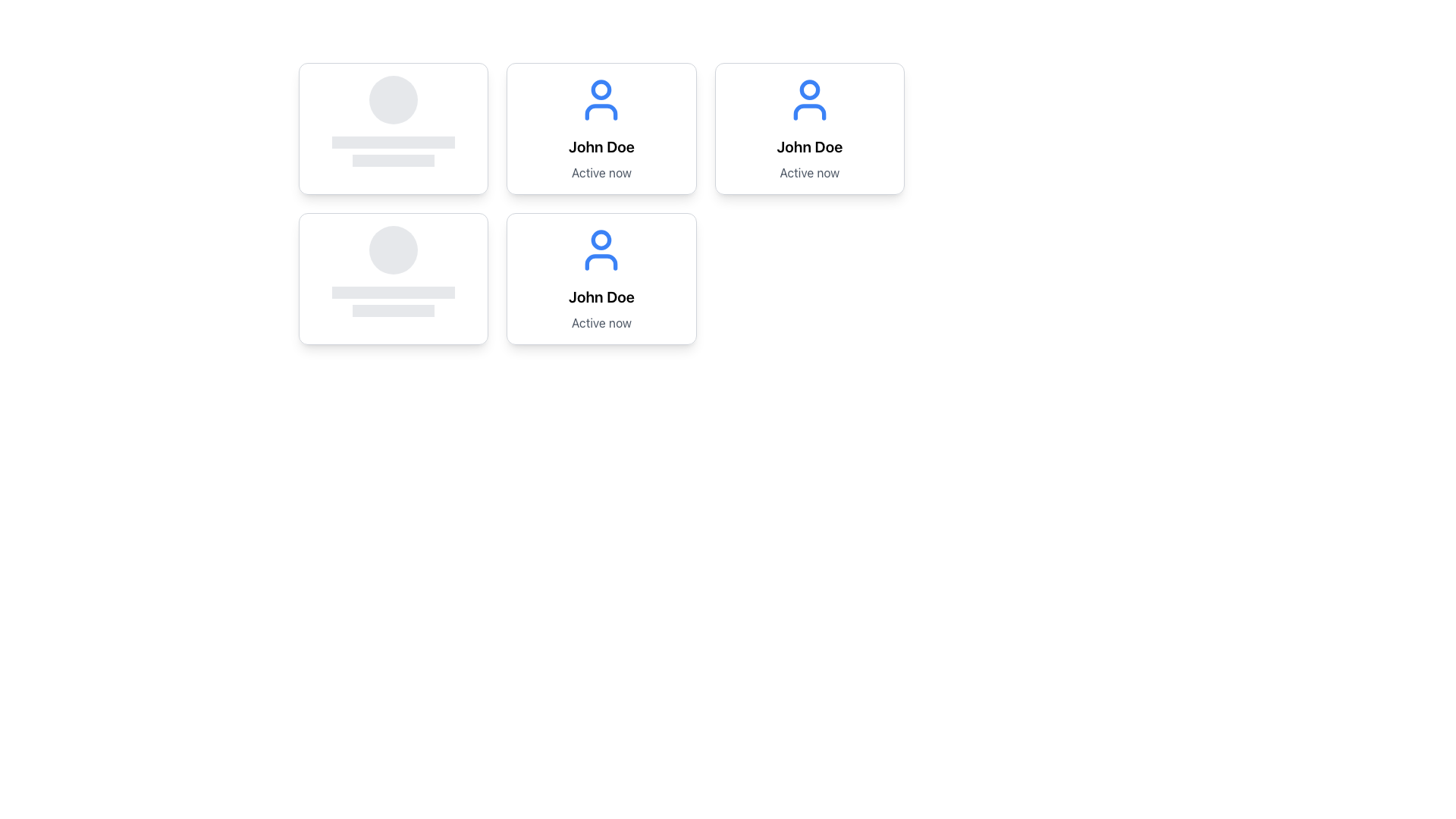  I want to click on the graphical representation of the circular head element in the user icon, which is part of the user profile card for 'John Doe', so click(601, 239).